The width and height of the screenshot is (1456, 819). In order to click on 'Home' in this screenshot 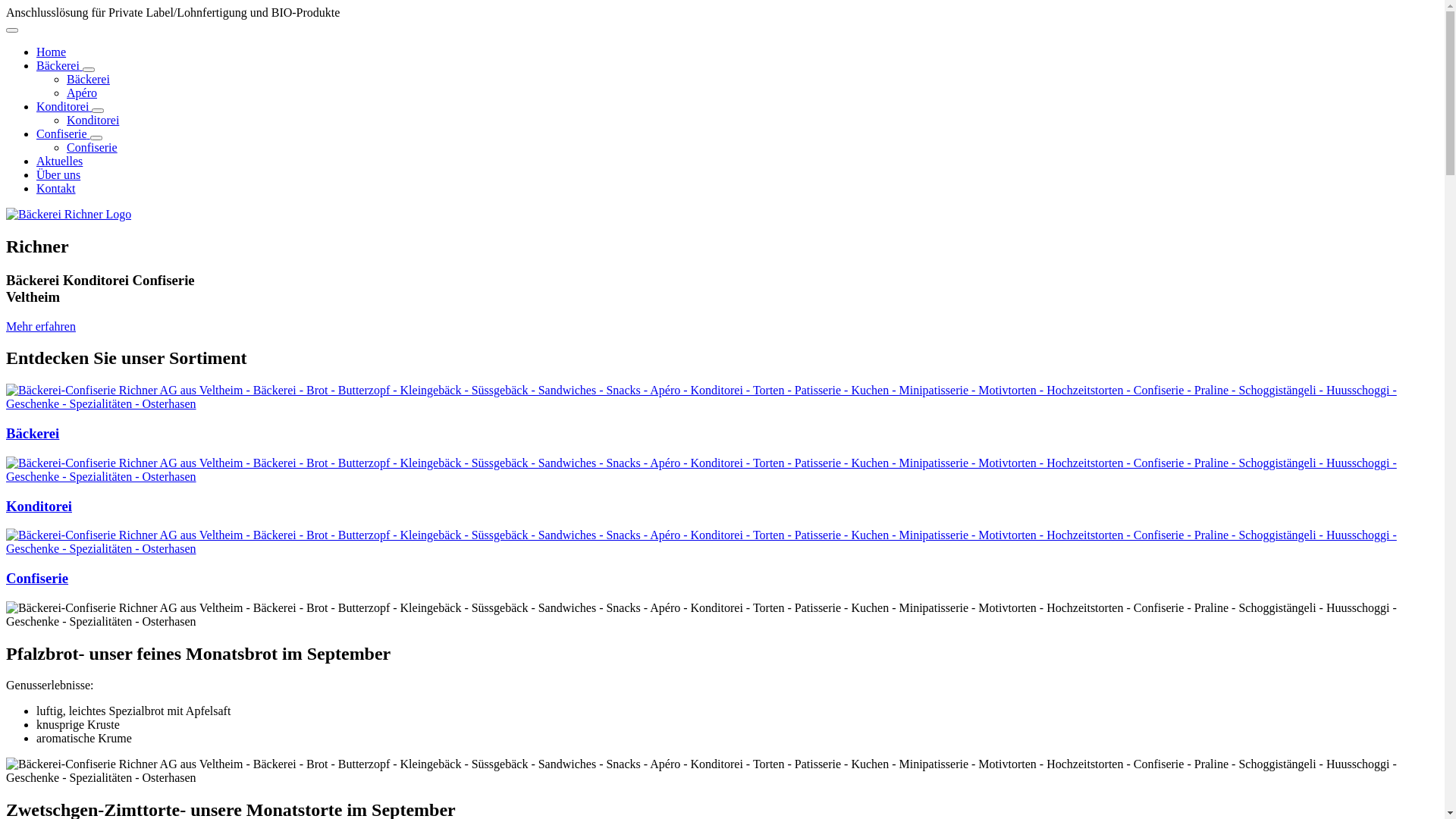, I will do `click(51, 51)`.